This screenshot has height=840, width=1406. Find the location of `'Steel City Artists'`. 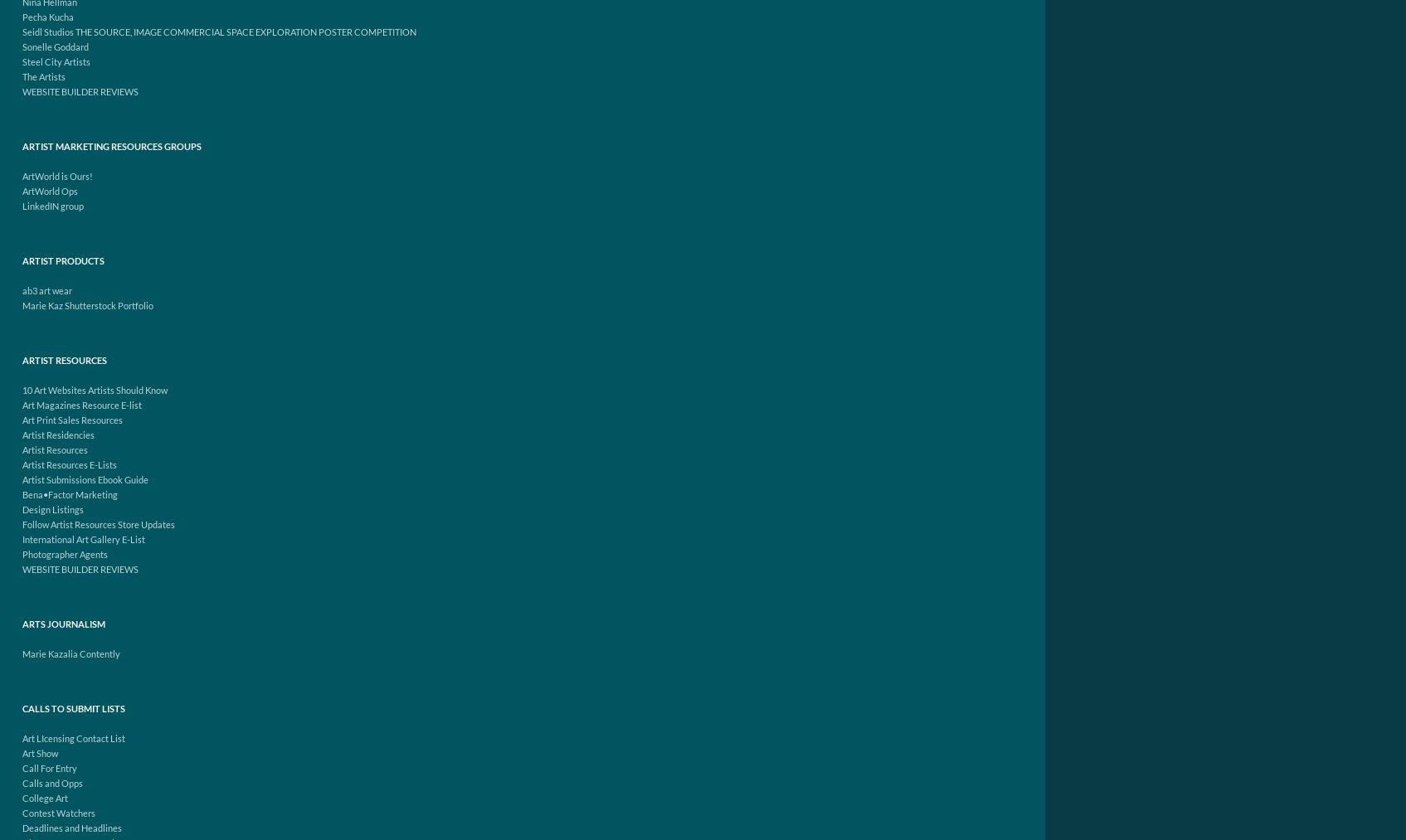

'Steel City Artists' is located at coordinates (55, 61).